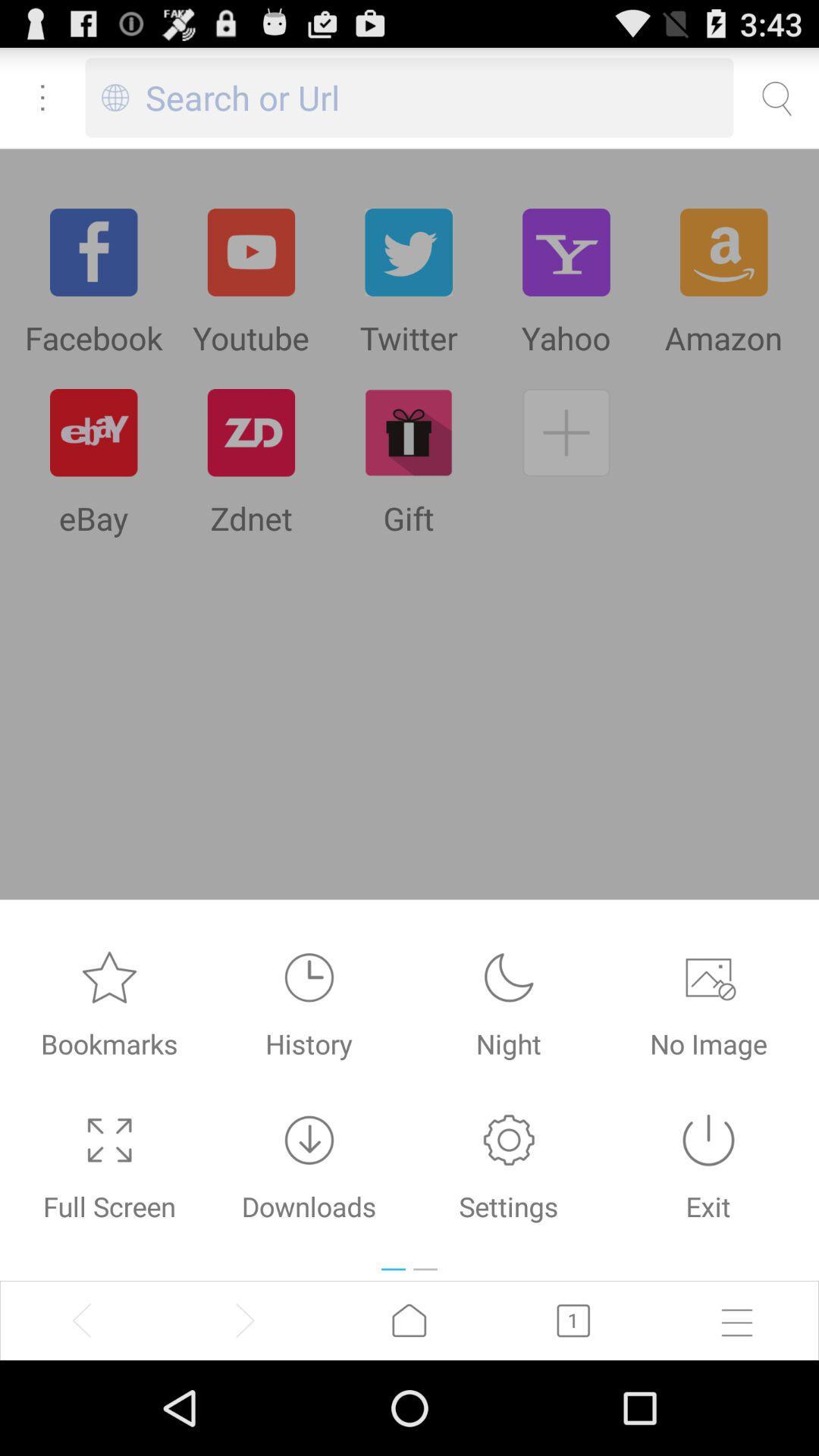 This screenshot has width=819, height=1456. What do you see at coordinates (245, 1412) in the screenshot?
I see `the arrow_forward icon` at bounding box center [245, 1412].